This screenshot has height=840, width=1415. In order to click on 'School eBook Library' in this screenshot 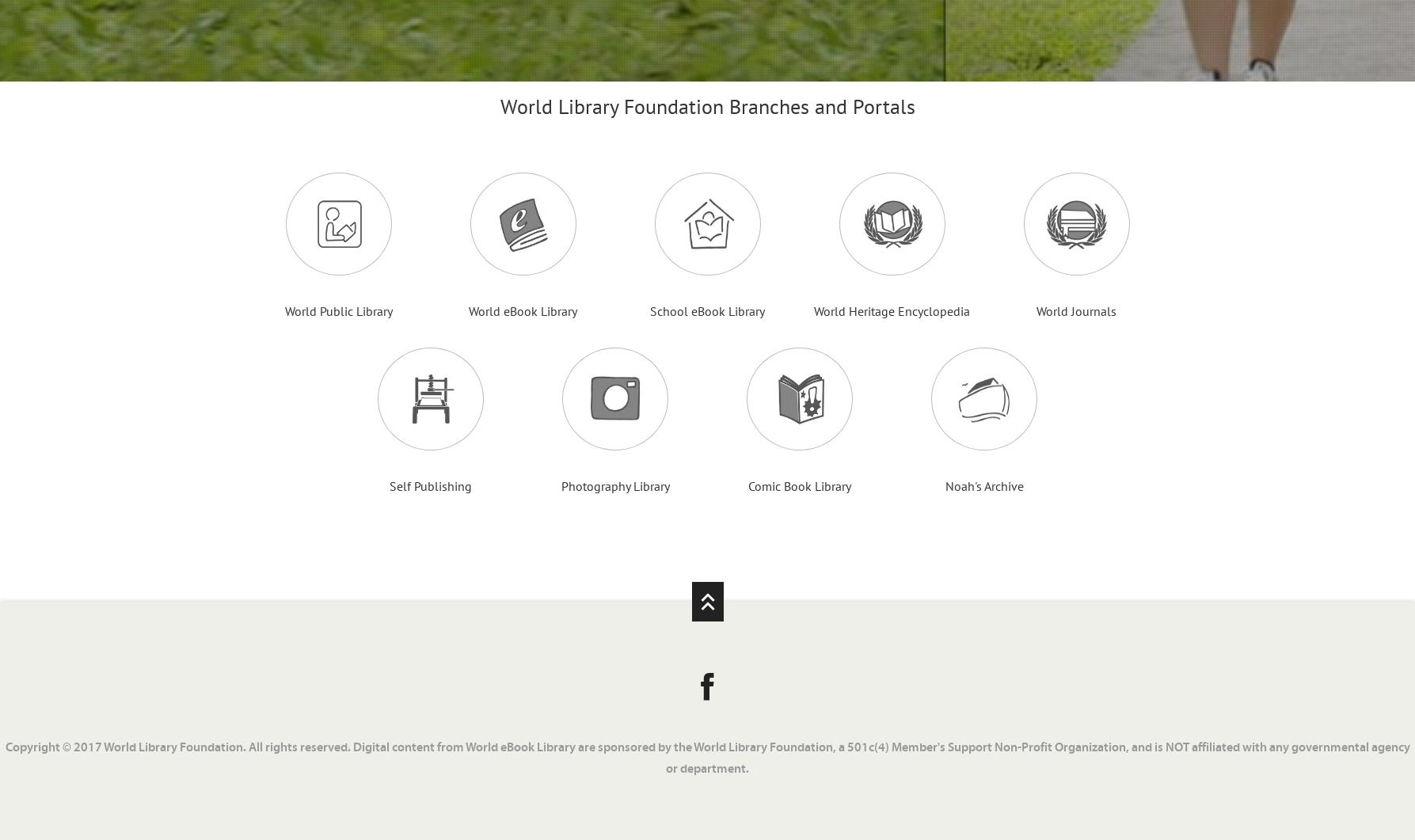, I will do `click(707, 310)`.